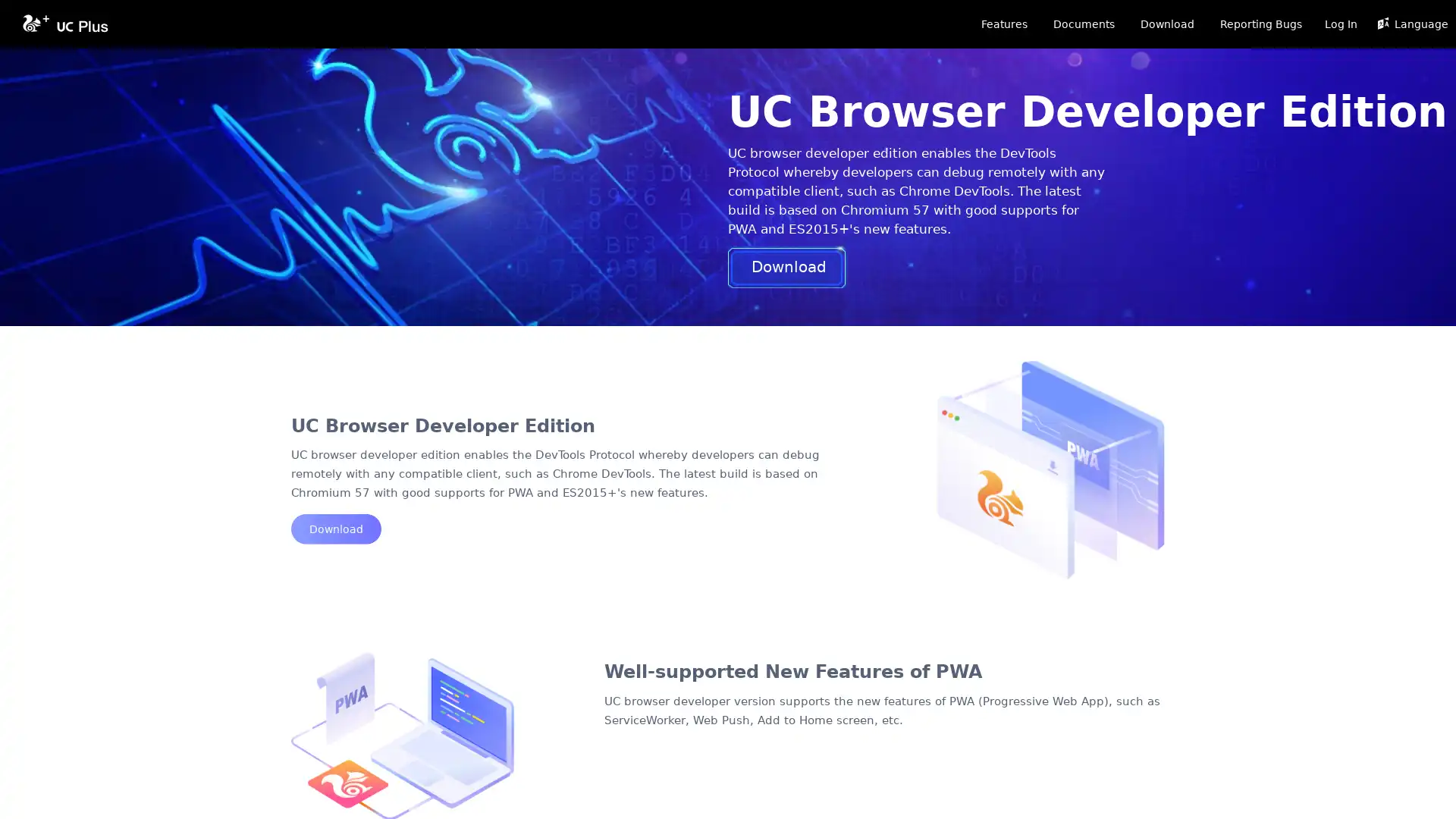 This screenshot has width=1456, height=819. What do you see at coordinates (1260, 24) in the screenshot?
I see `Reporting Bugs` at bounding box center [1260, 24].